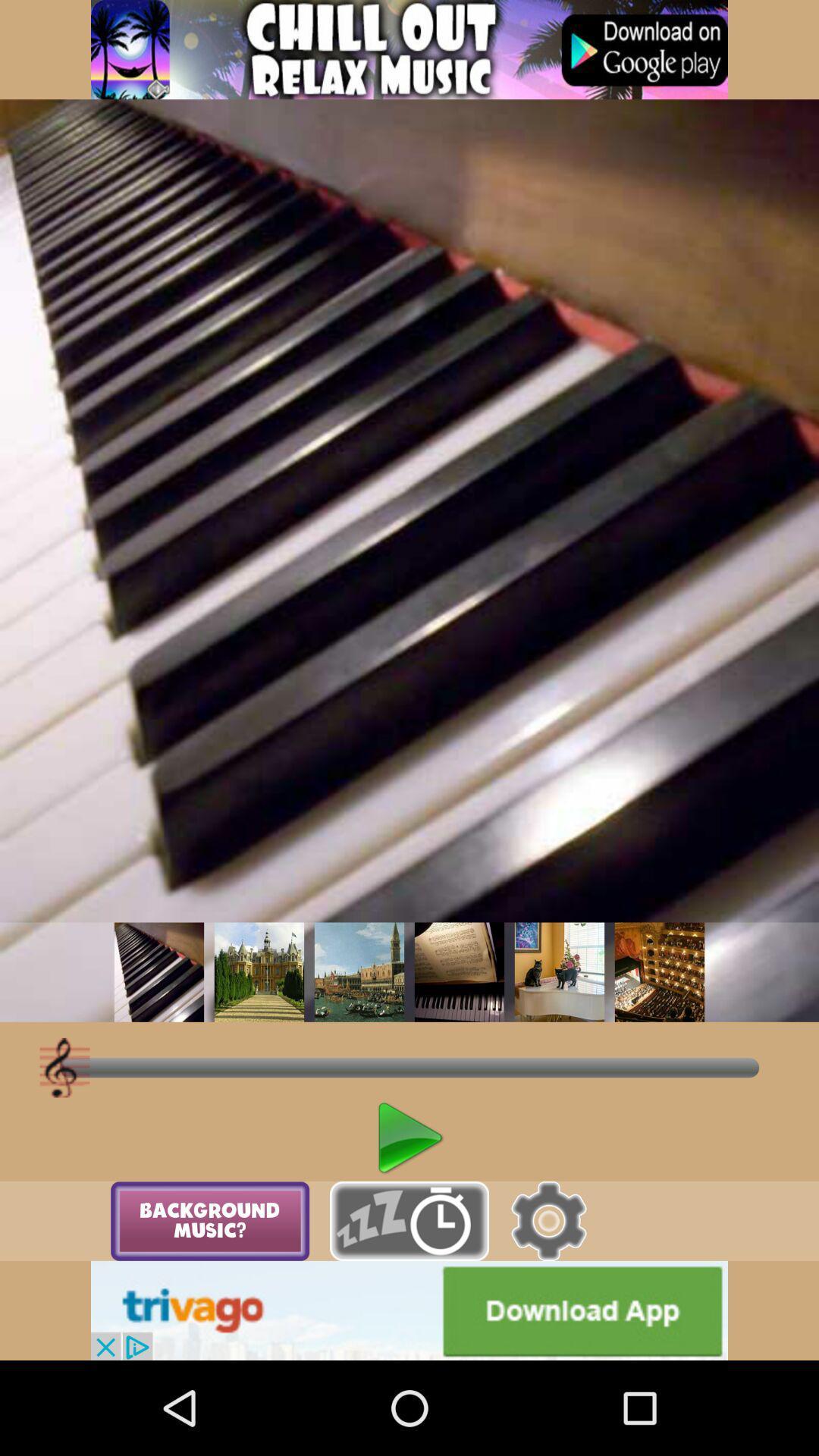 The height and width of the screenshot is (1456, 819). What do you see at coordinates (259, 972) in the screenshot?
I see `image` at bounding box center [259, 972].